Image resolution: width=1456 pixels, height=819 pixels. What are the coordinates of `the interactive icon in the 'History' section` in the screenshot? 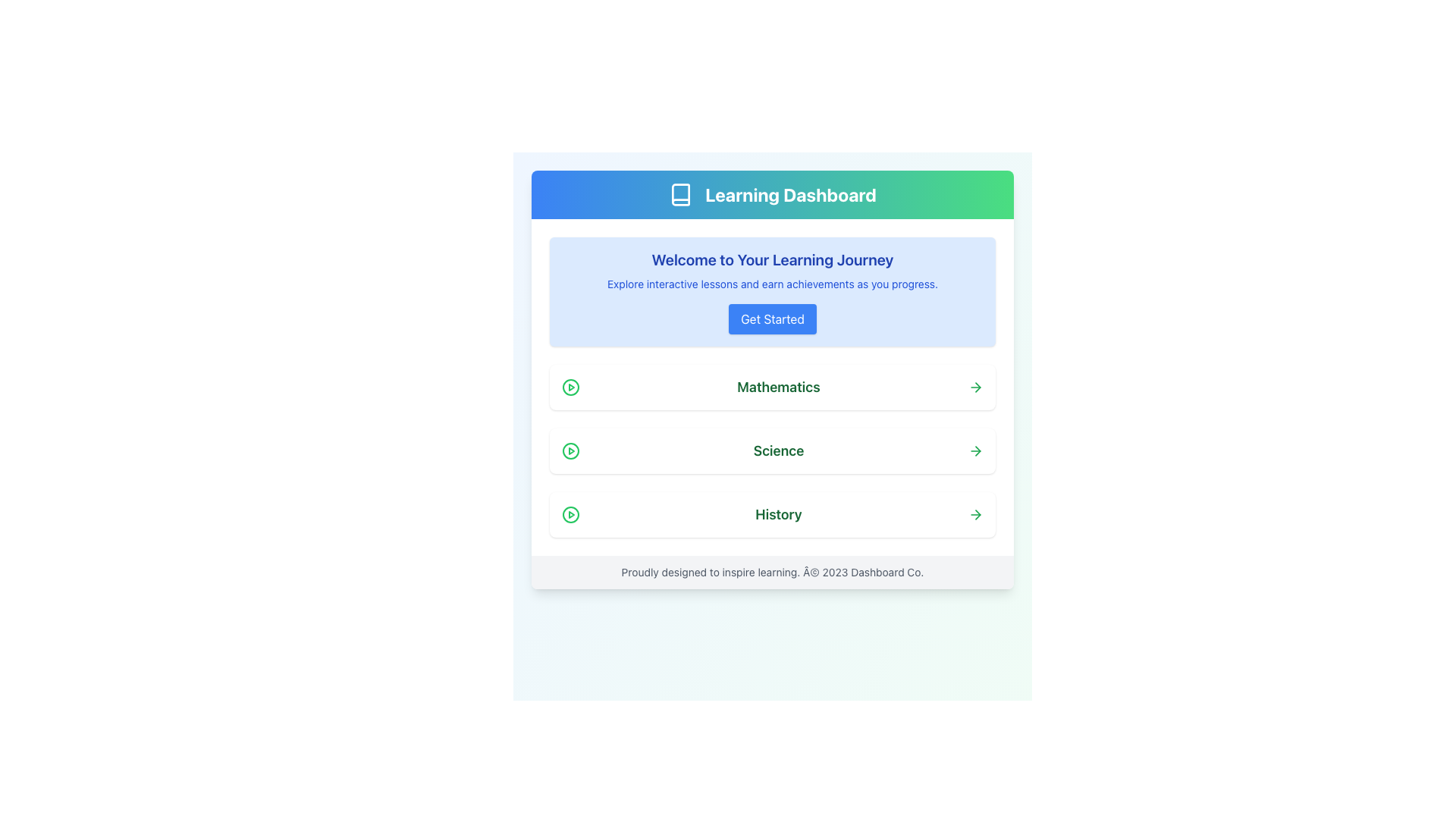 It's located at (570, 513).